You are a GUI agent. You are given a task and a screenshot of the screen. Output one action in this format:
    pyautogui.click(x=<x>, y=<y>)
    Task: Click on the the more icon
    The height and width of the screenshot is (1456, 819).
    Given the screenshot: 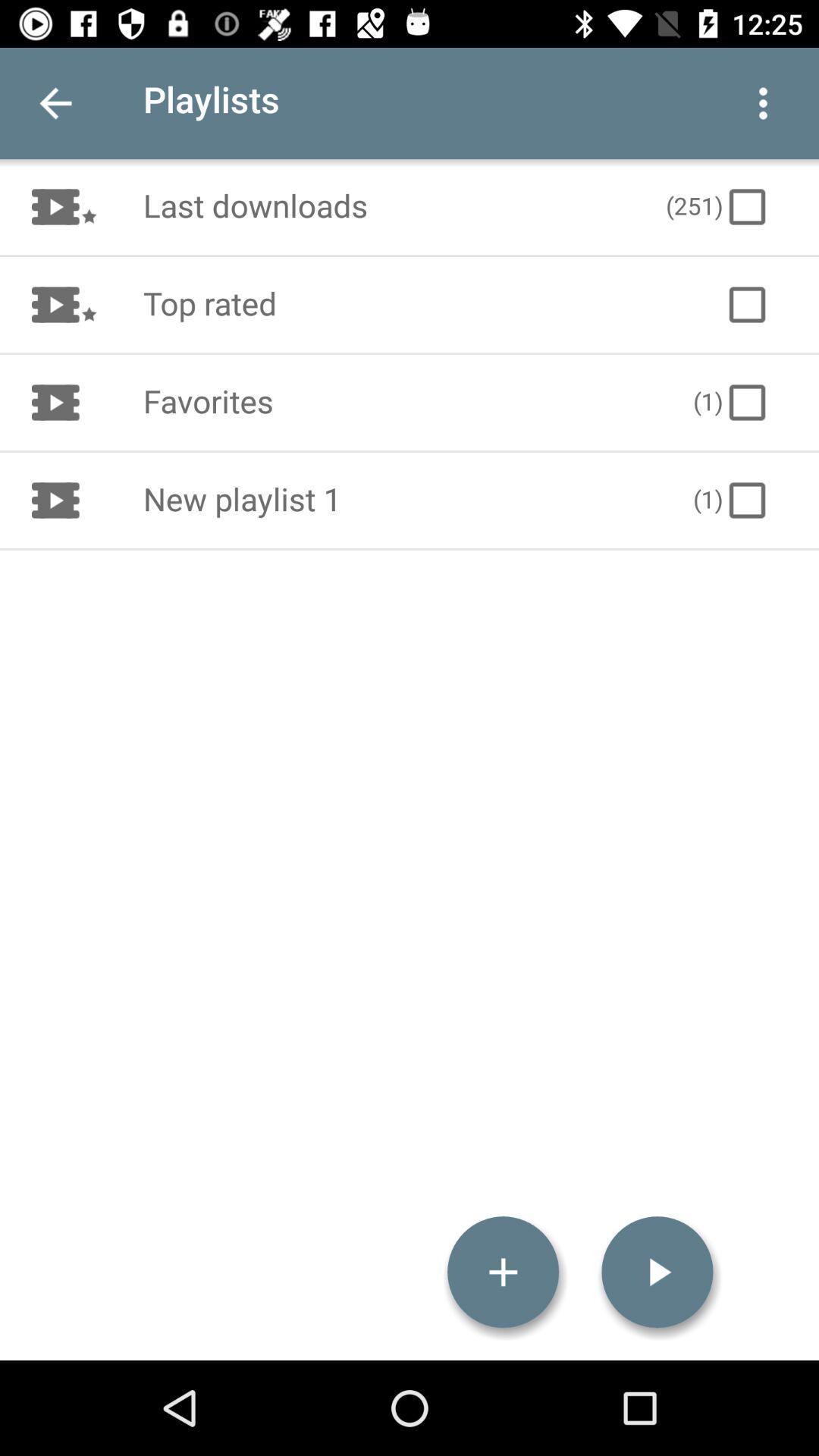 What is the action you would take?
    pyautogui.click(x=763, y=102)
    